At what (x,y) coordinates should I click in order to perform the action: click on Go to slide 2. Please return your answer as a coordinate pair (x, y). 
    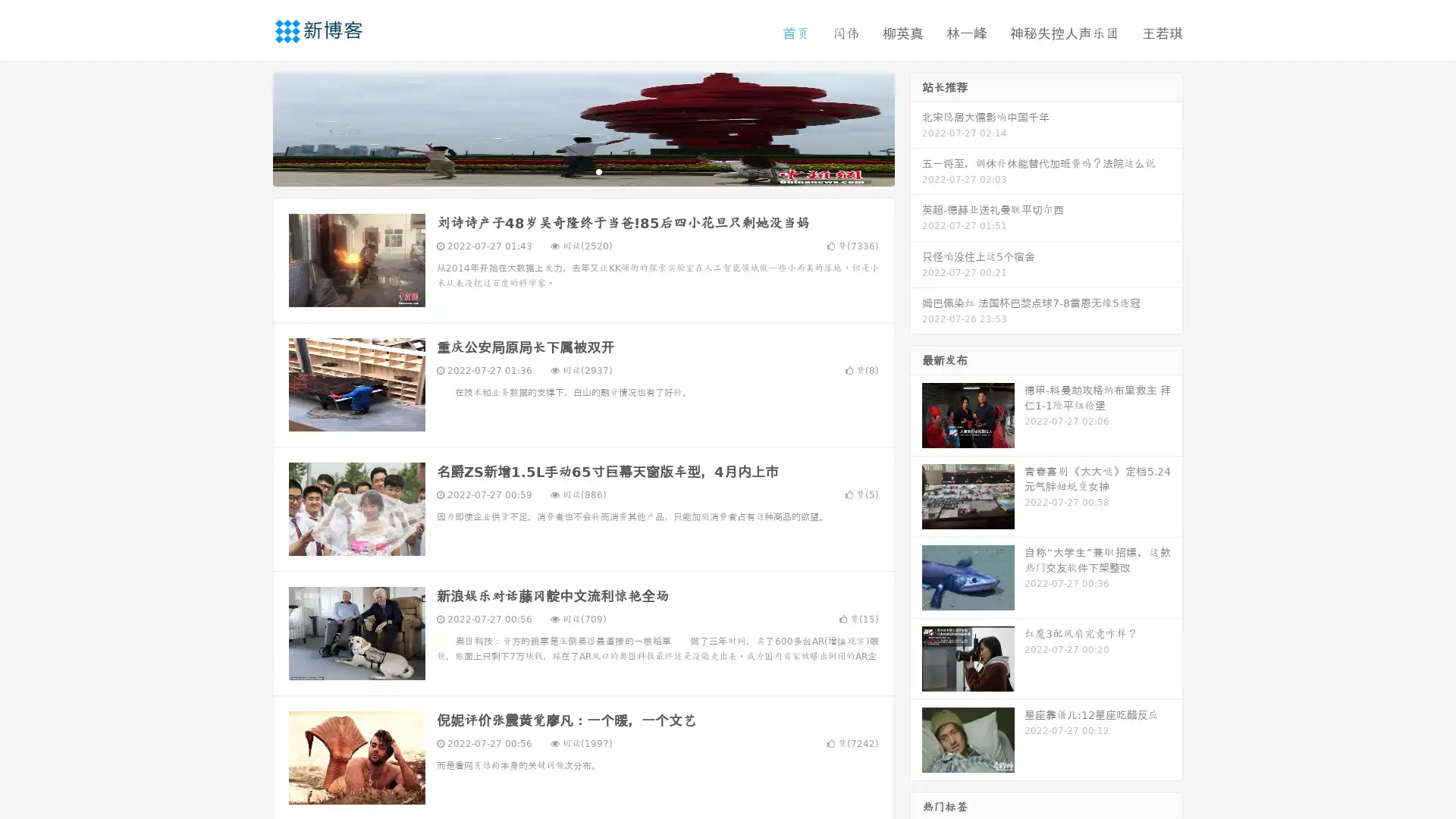
    Looking at the image, I should click on (582, 171).